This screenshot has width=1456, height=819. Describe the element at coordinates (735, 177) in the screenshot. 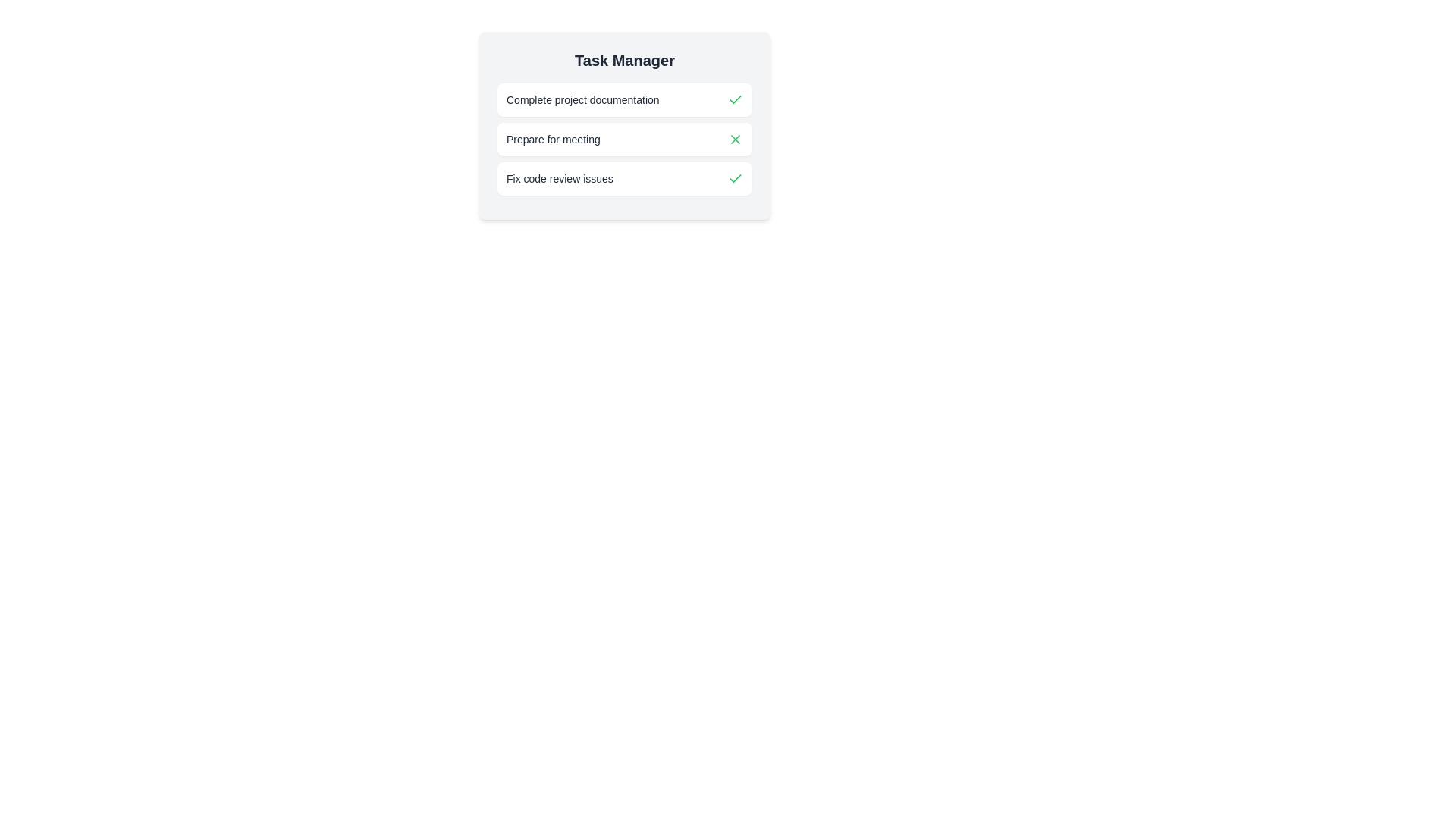

I see `the green checkmark SVG graphic that is positioned to the right of the text 'Complete project documentation'` at that location.